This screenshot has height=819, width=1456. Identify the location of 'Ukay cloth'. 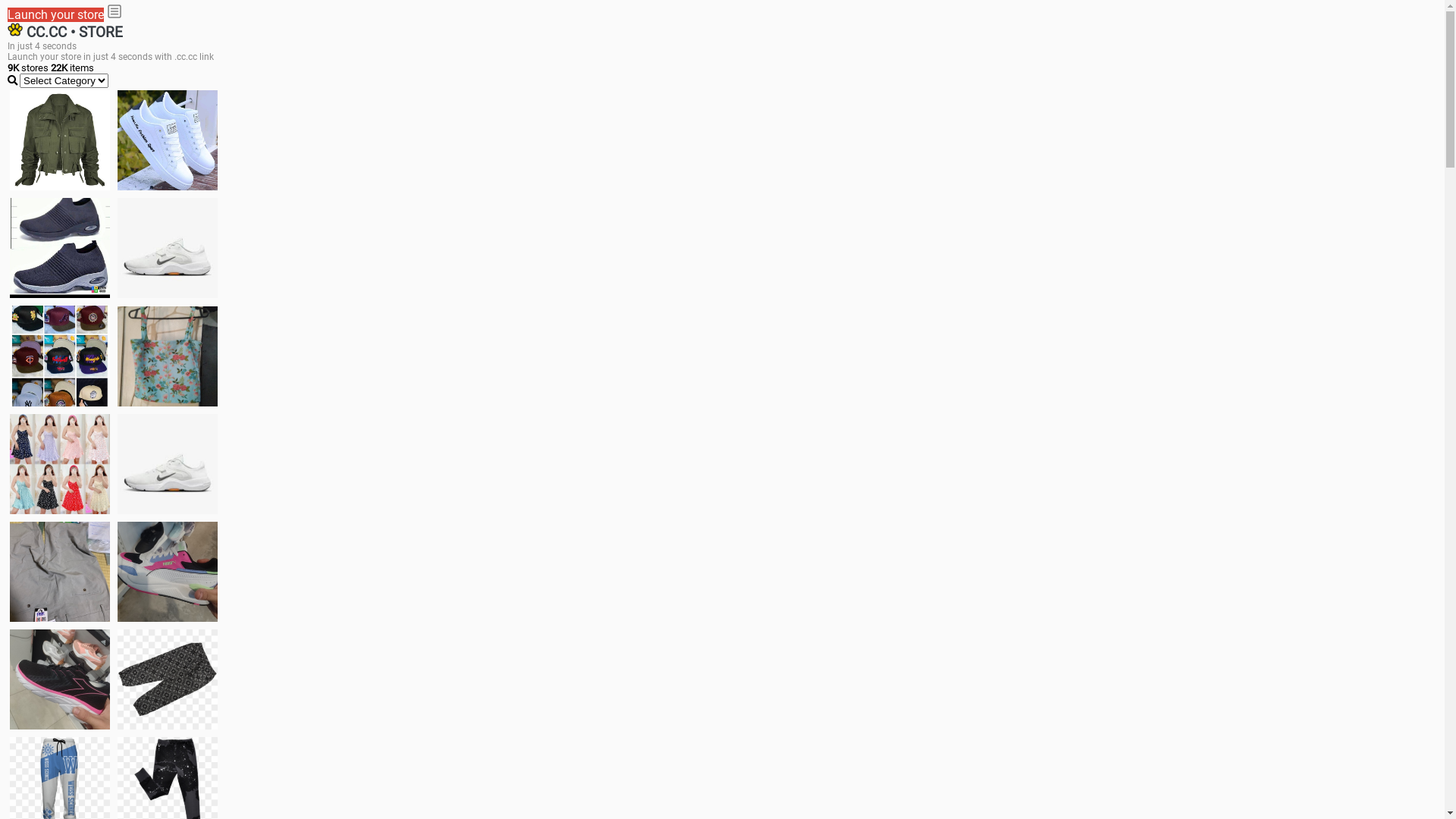
(167, 356).